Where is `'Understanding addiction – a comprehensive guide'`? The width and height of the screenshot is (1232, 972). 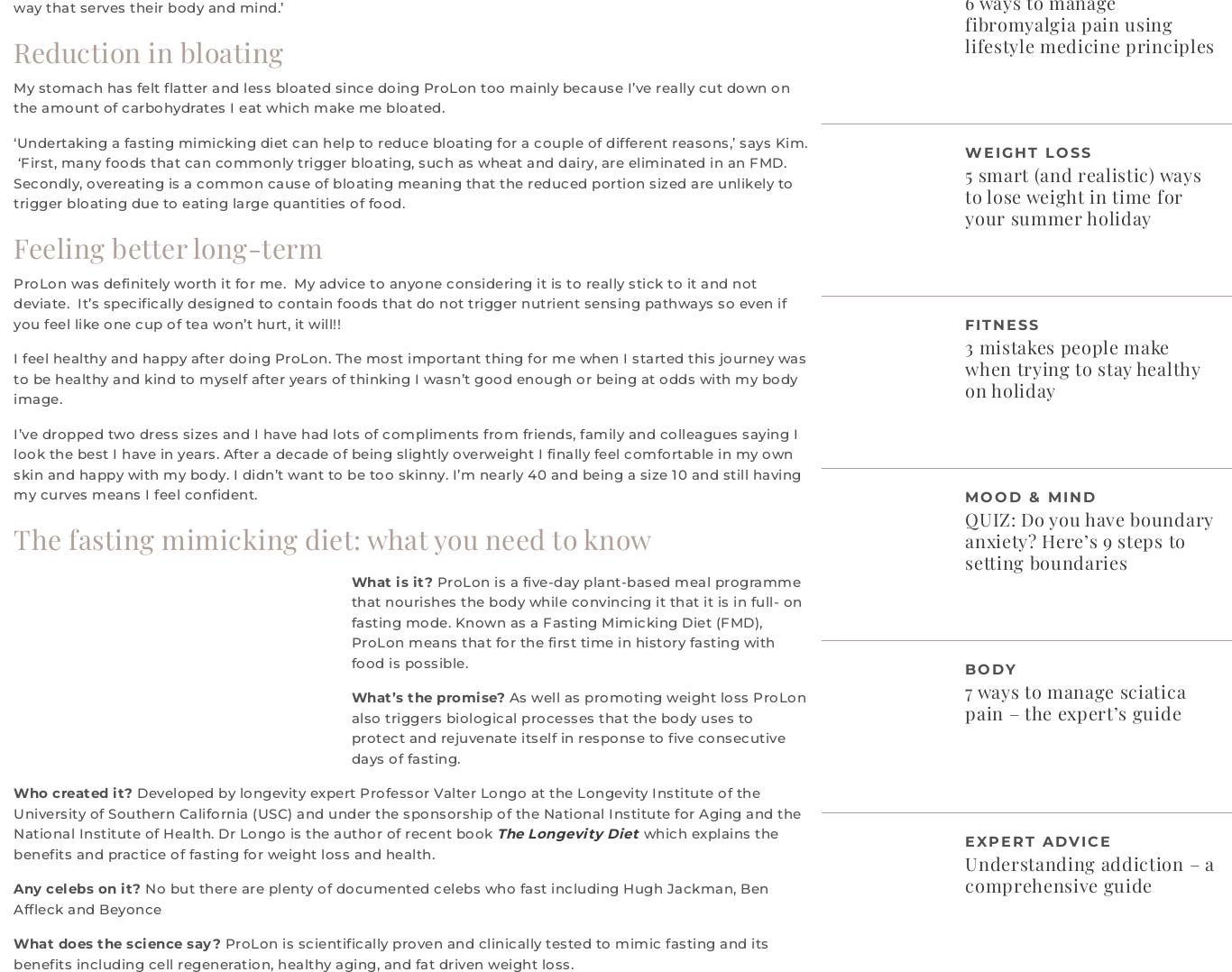
'Understanding addiction – a comprehensive guide' is located at coordinates (1089, 873).